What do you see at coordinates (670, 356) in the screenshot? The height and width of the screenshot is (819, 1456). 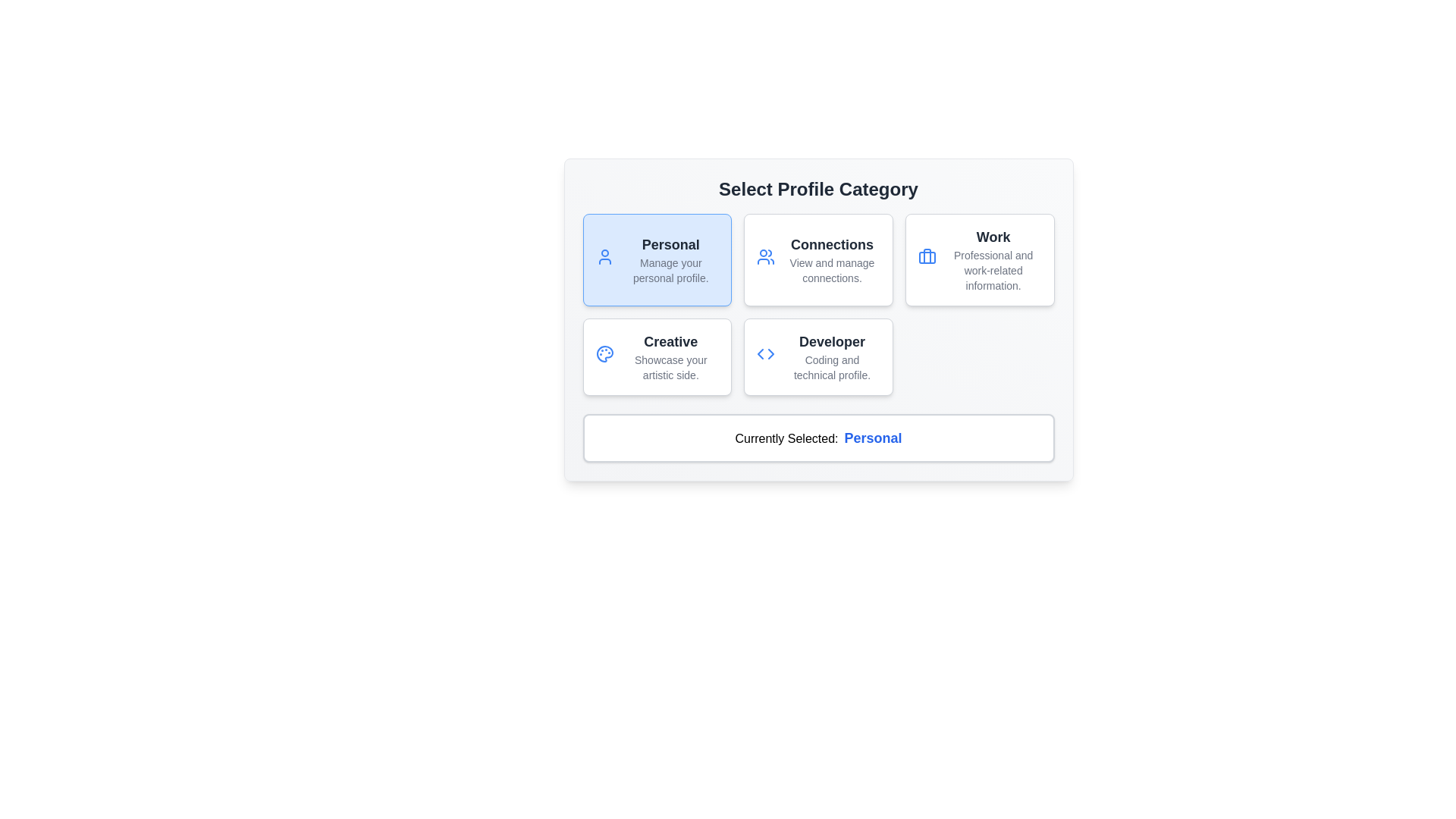 I see `the category card in the lower-left quadrant of the grid layout` at bounding box center [670, 356].